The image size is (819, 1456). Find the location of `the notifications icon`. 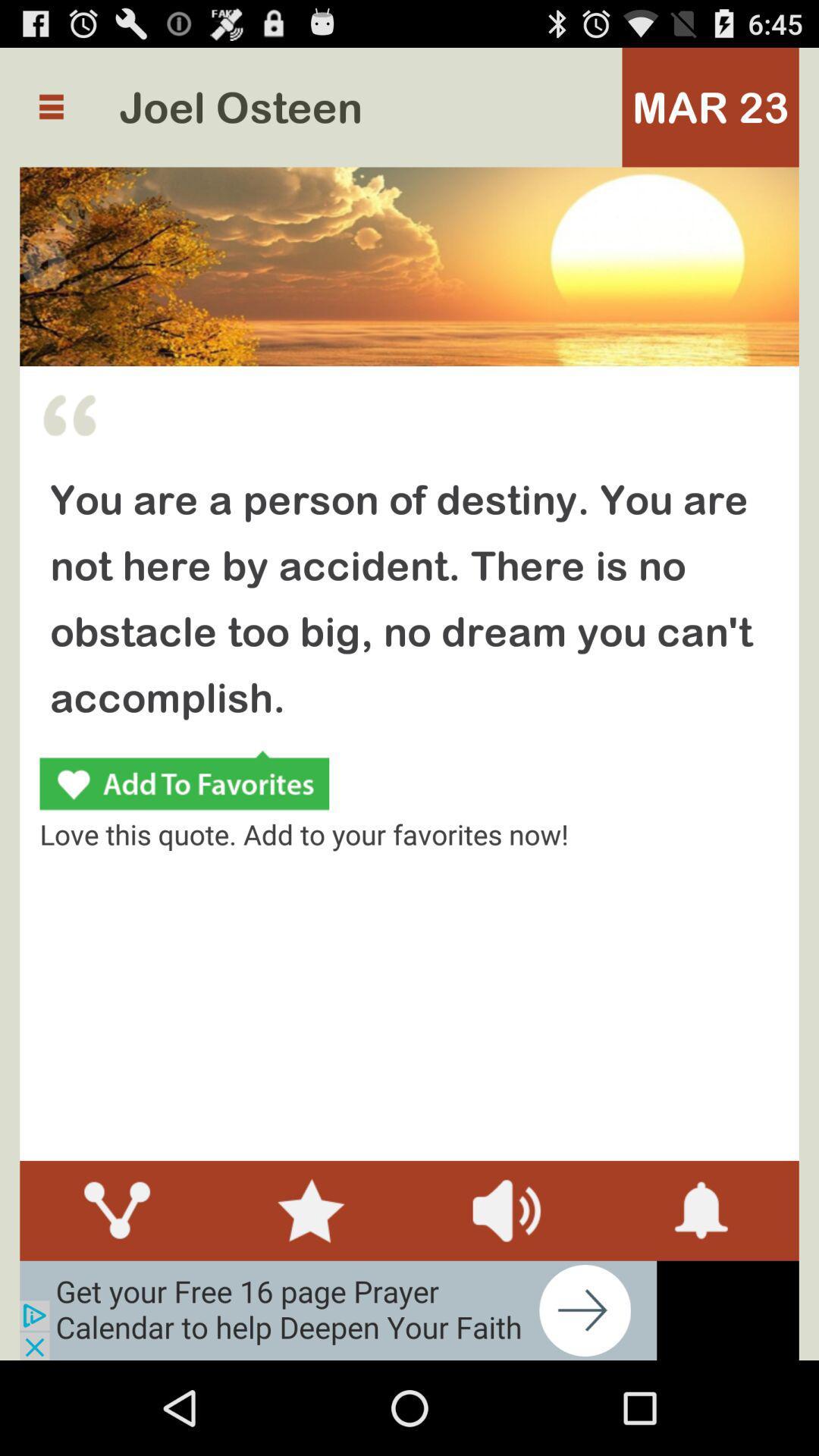

the notifications icon is located at coordinates (701, 1294).